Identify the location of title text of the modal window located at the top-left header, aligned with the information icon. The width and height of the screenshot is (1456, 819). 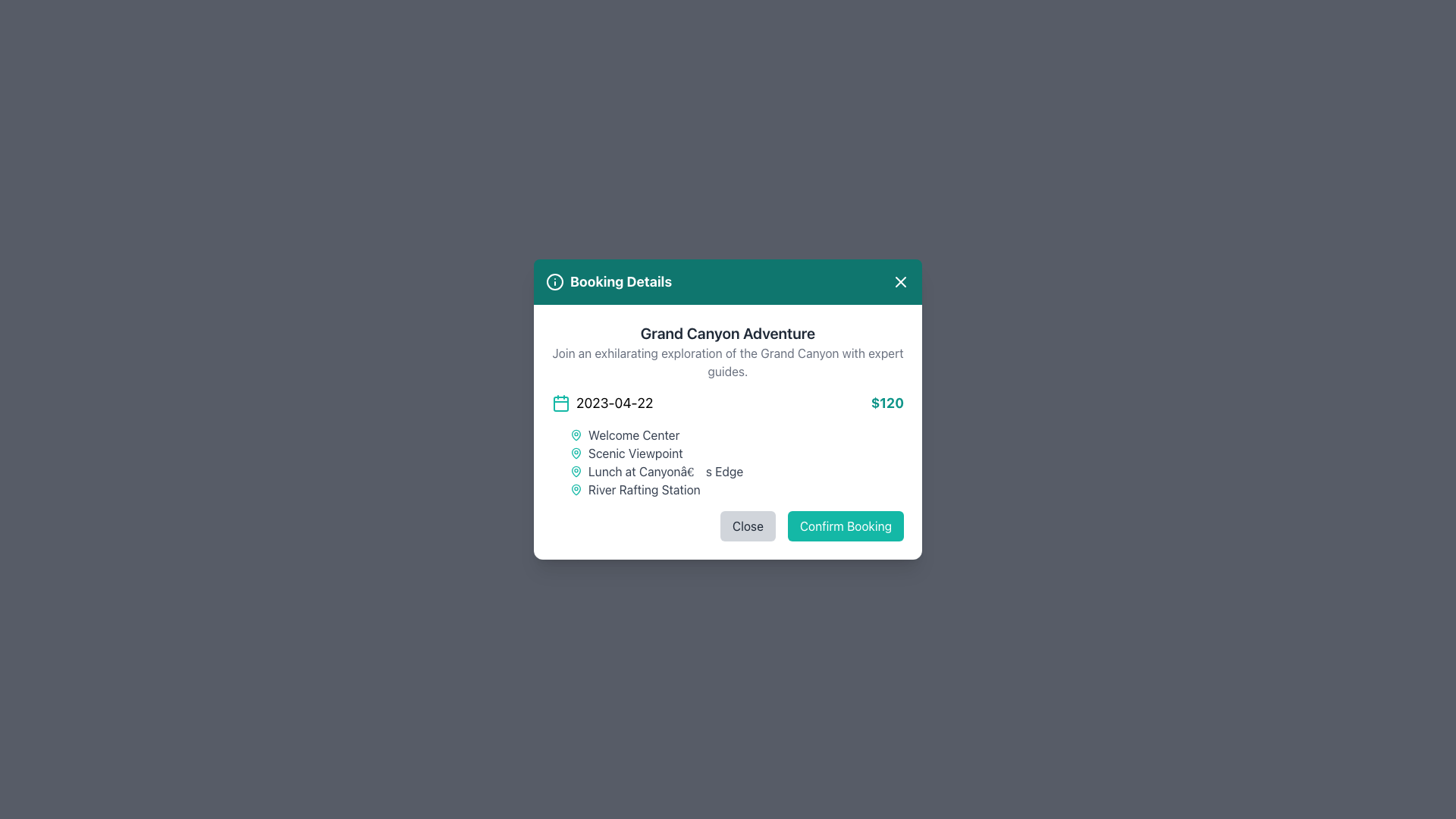
(609, 281).